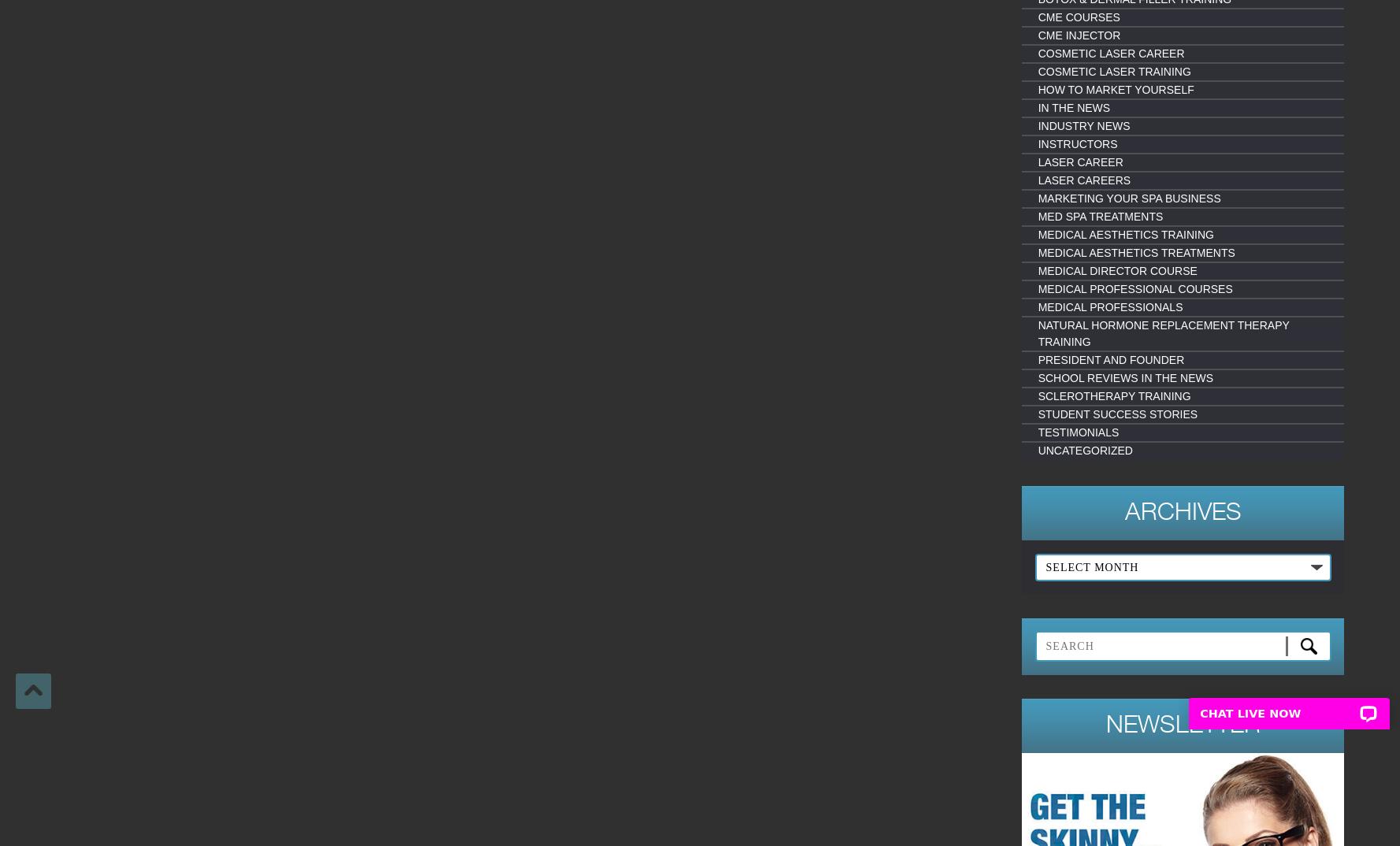 The height and width of the screenshot is (846, 1400). Describe the element at coordinates (1183, 725) in the screenshot. I see `'Newsletter'` at that location.